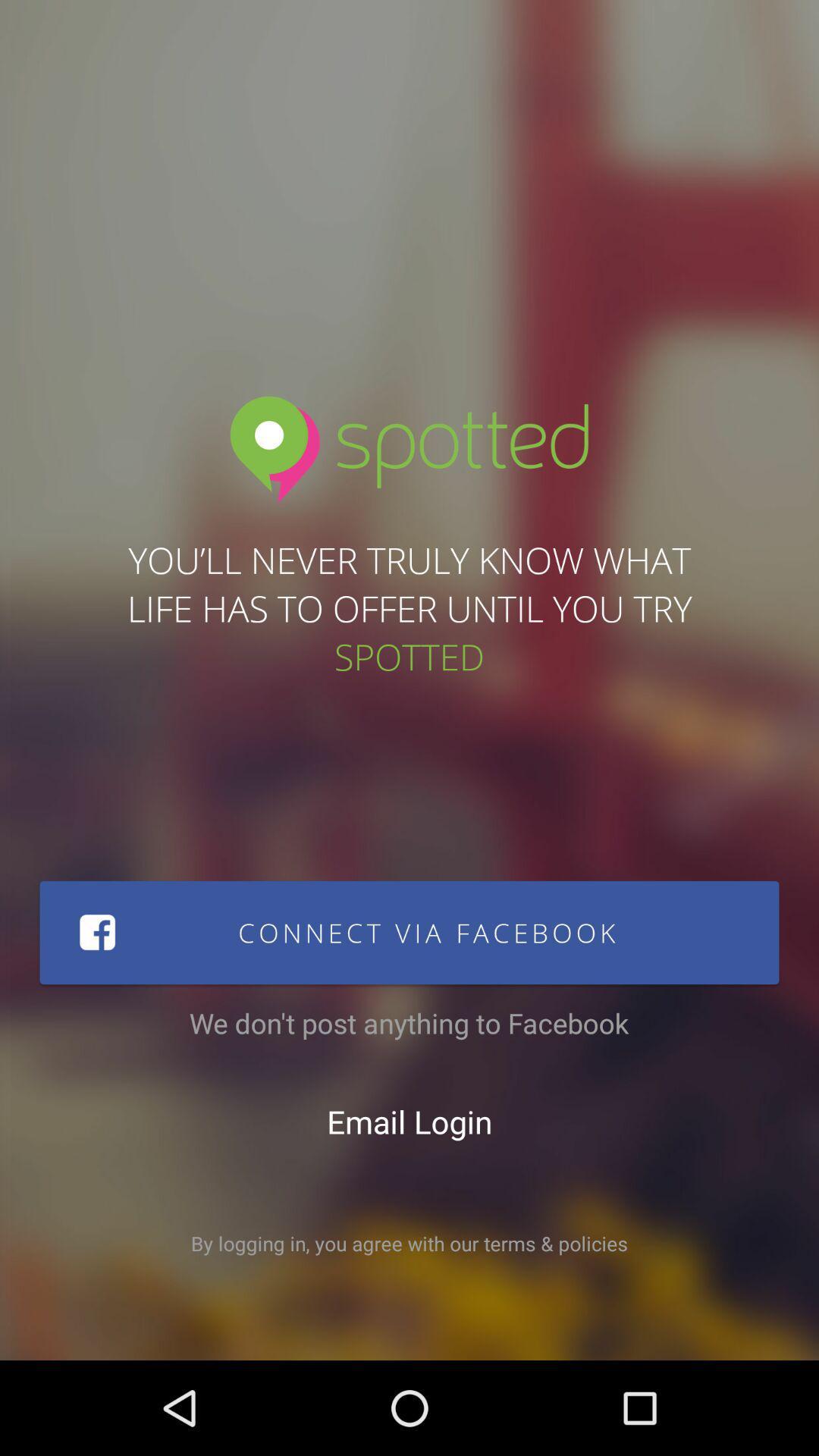 This screenshot has width=819, height=1456. What do you see at coordinates (409, 1243) in the screenshot?
I see `item below the email login item` at bounding box center [409, 1243].